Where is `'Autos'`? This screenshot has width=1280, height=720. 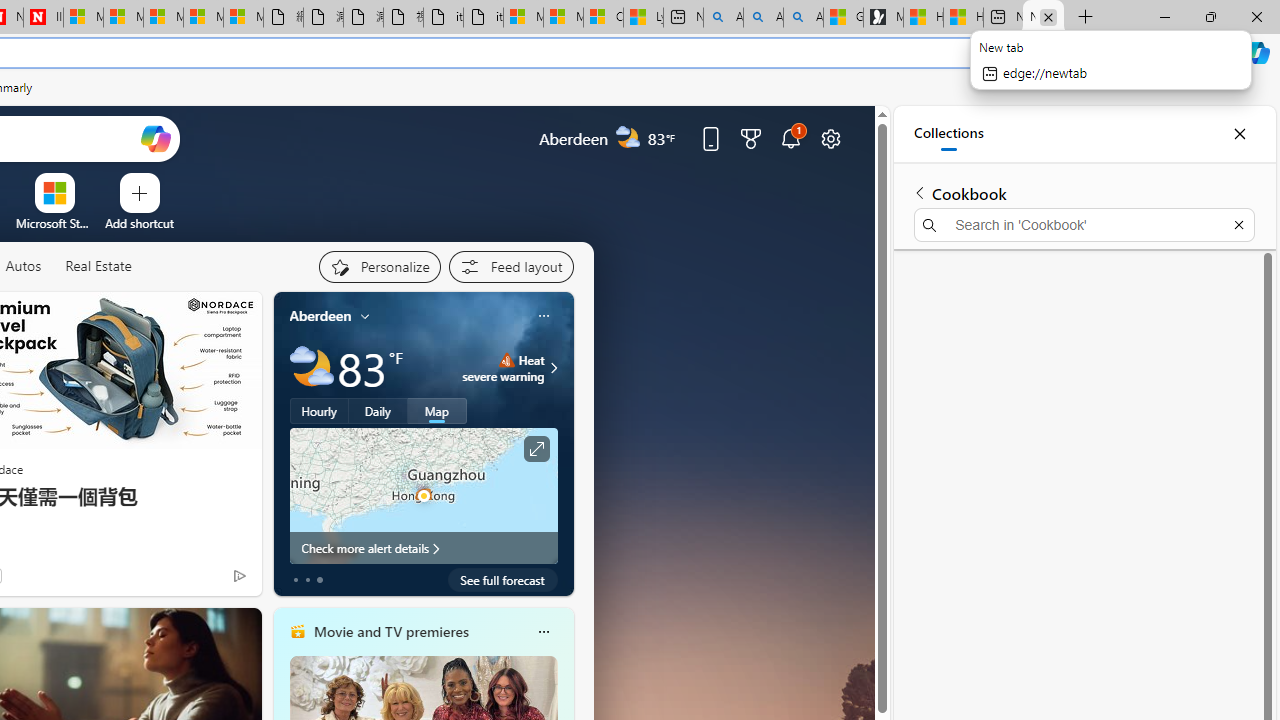 'Autos' is located at coordinates (23, 265).